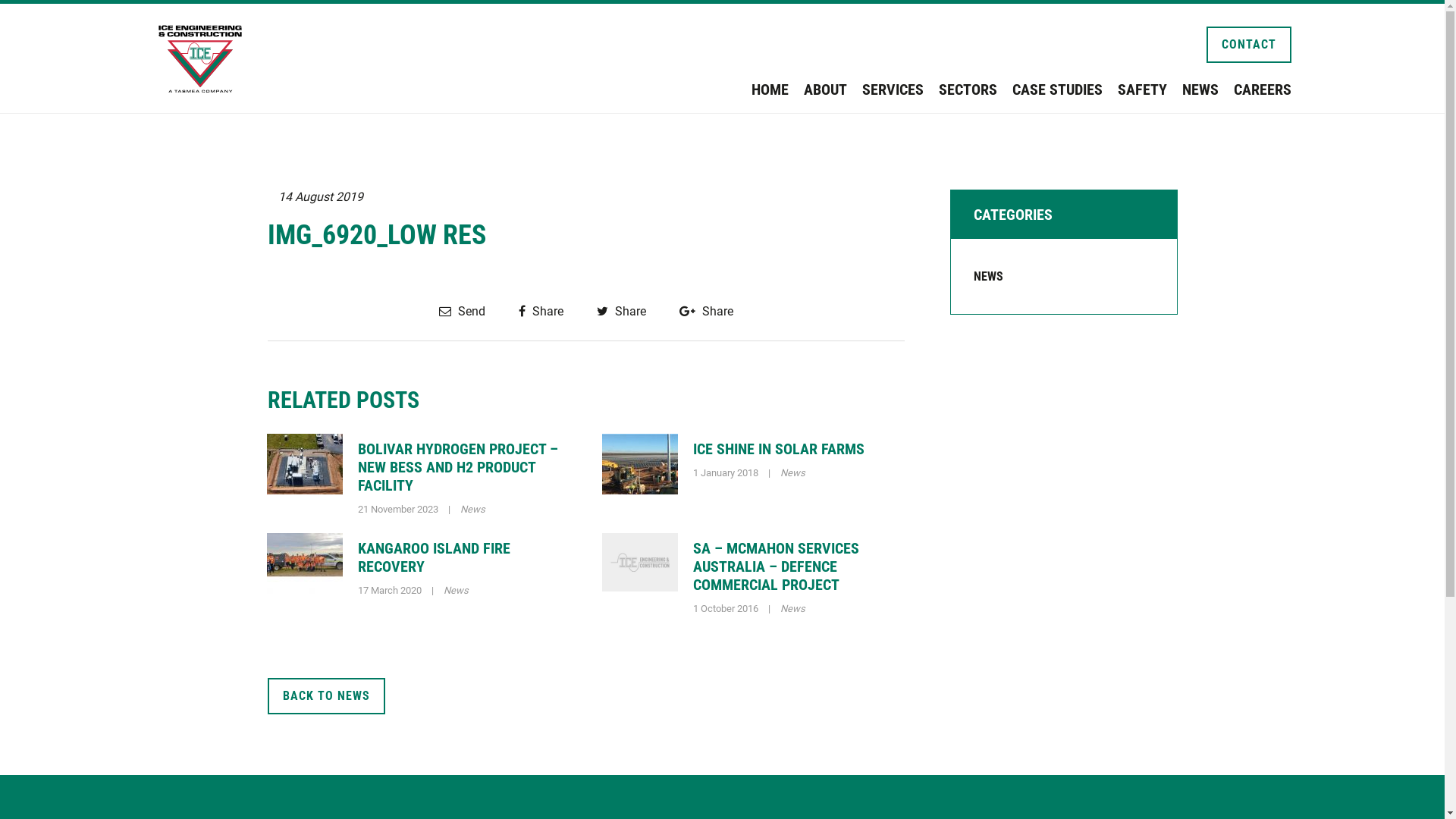  Describe the element at coordinates (779, 447) in the screenshot. I see `'ICE SHINE IN SOLAR FARMS'` at that location.